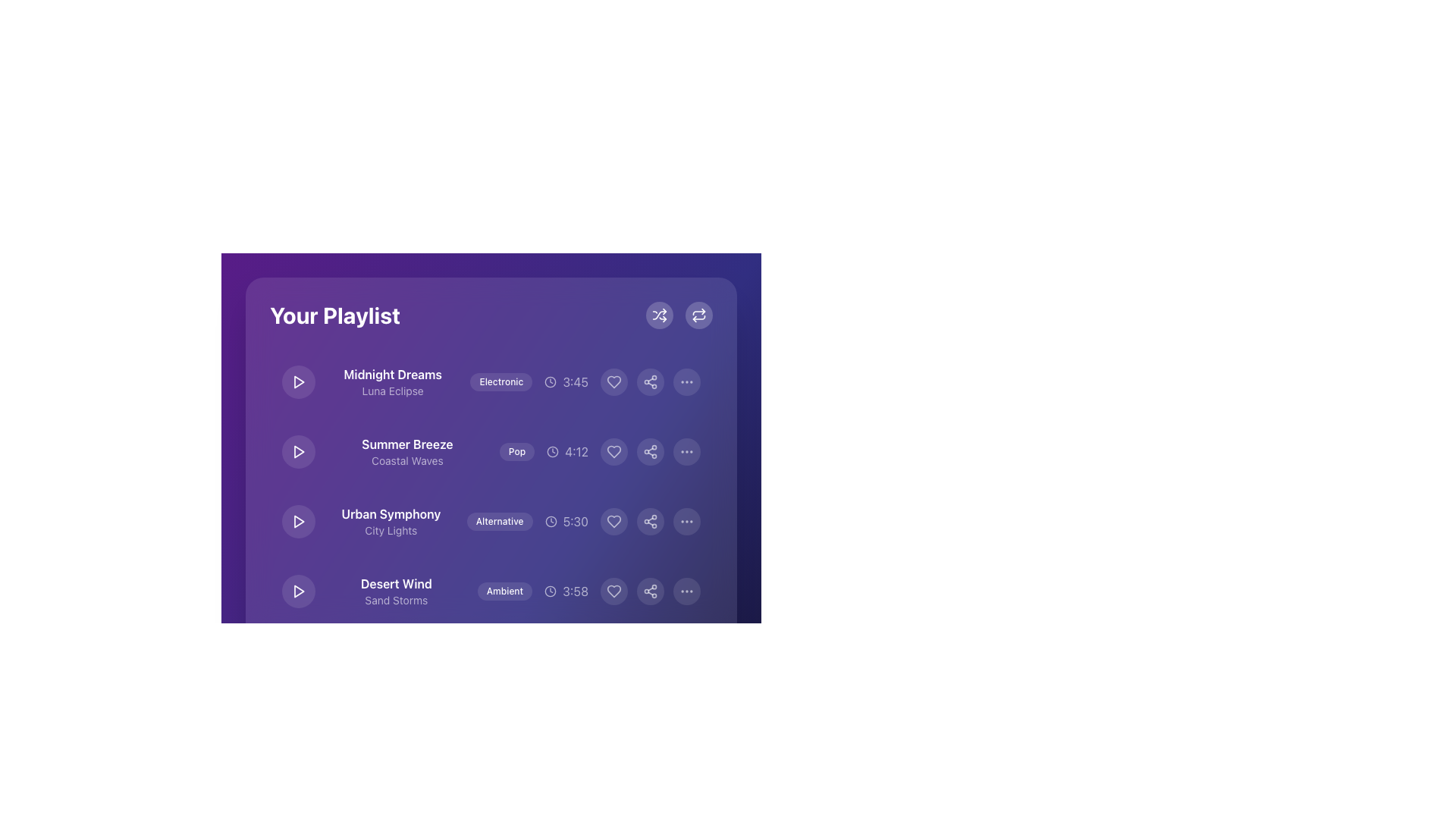 The image size is (1456, 819). I want to click on the clock icon located in the bottom row of the playlist interface, specifically near the 'Desert Wind - Ambient' track, which indicates time-related information, so click(550, 590).